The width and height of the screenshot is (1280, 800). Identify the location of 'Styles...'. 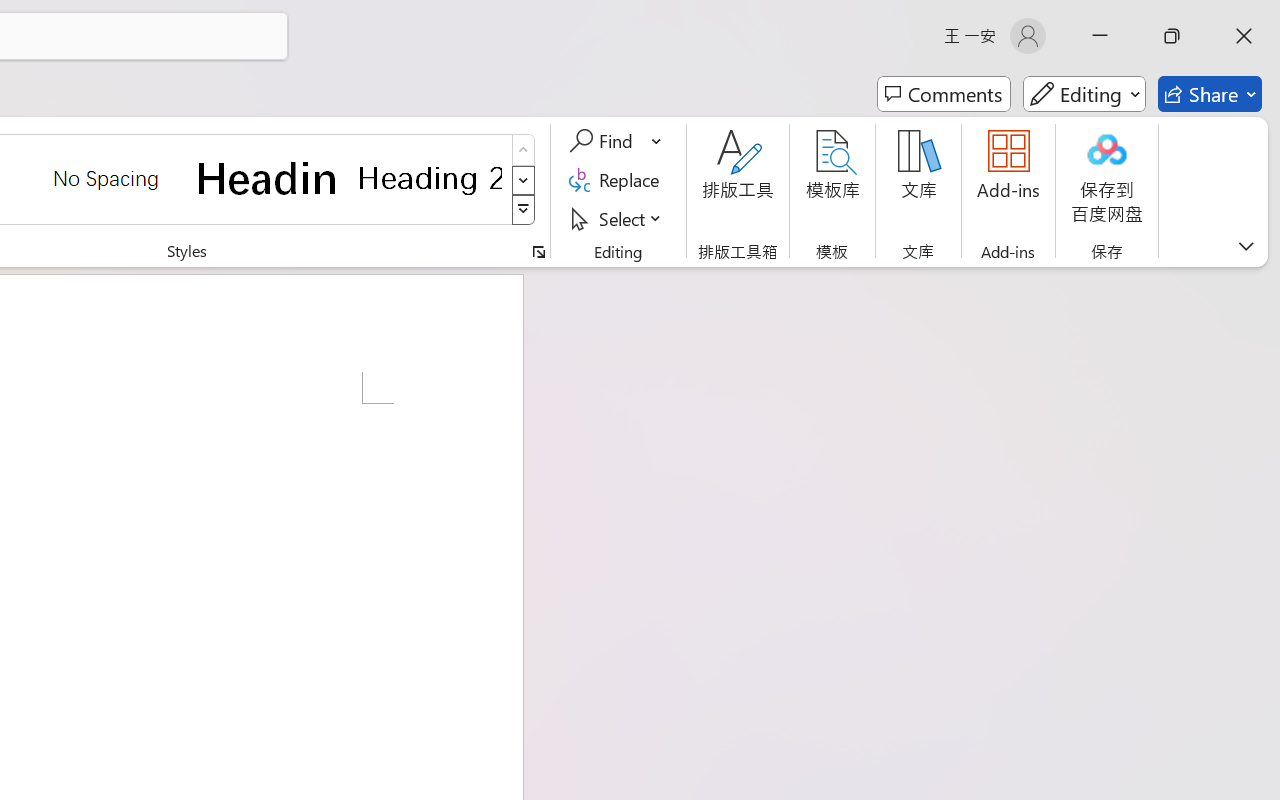
(538, 251).